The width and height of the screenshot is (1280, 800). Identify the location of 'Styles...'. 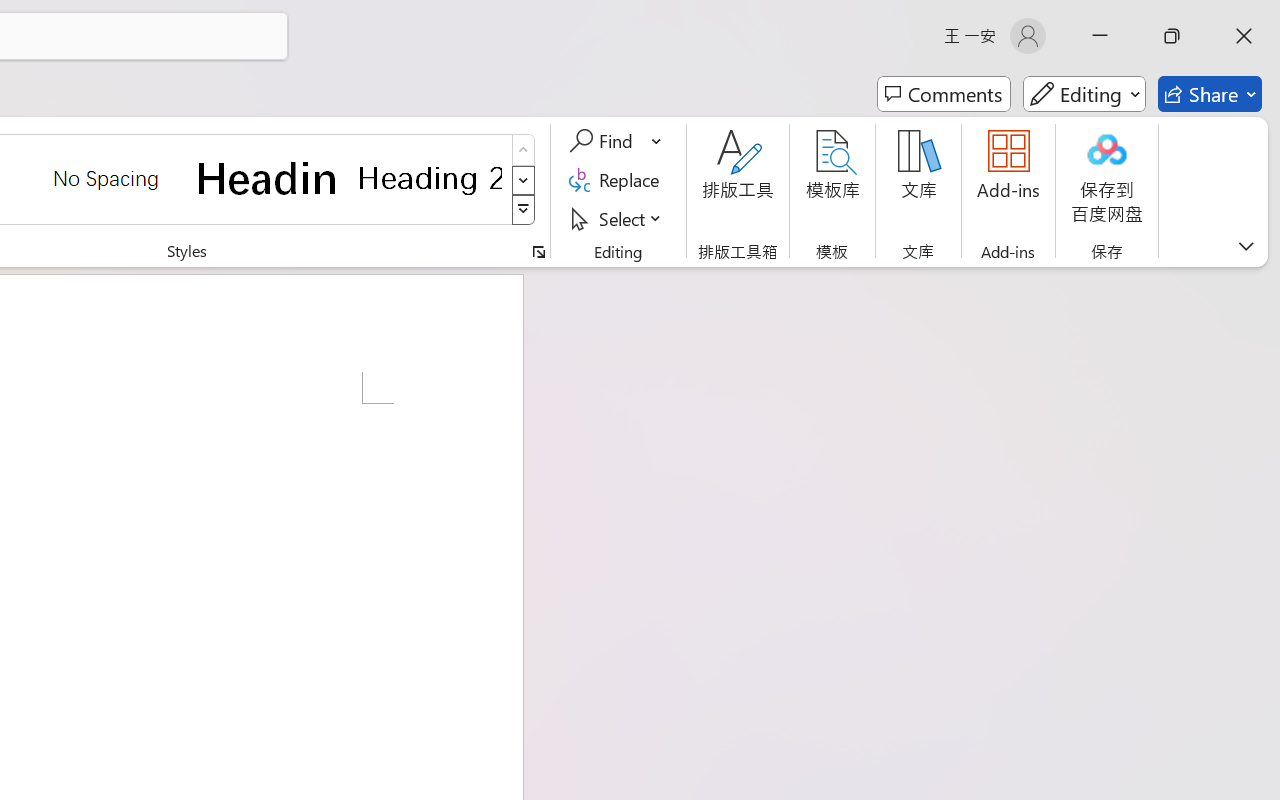
(538, 251).